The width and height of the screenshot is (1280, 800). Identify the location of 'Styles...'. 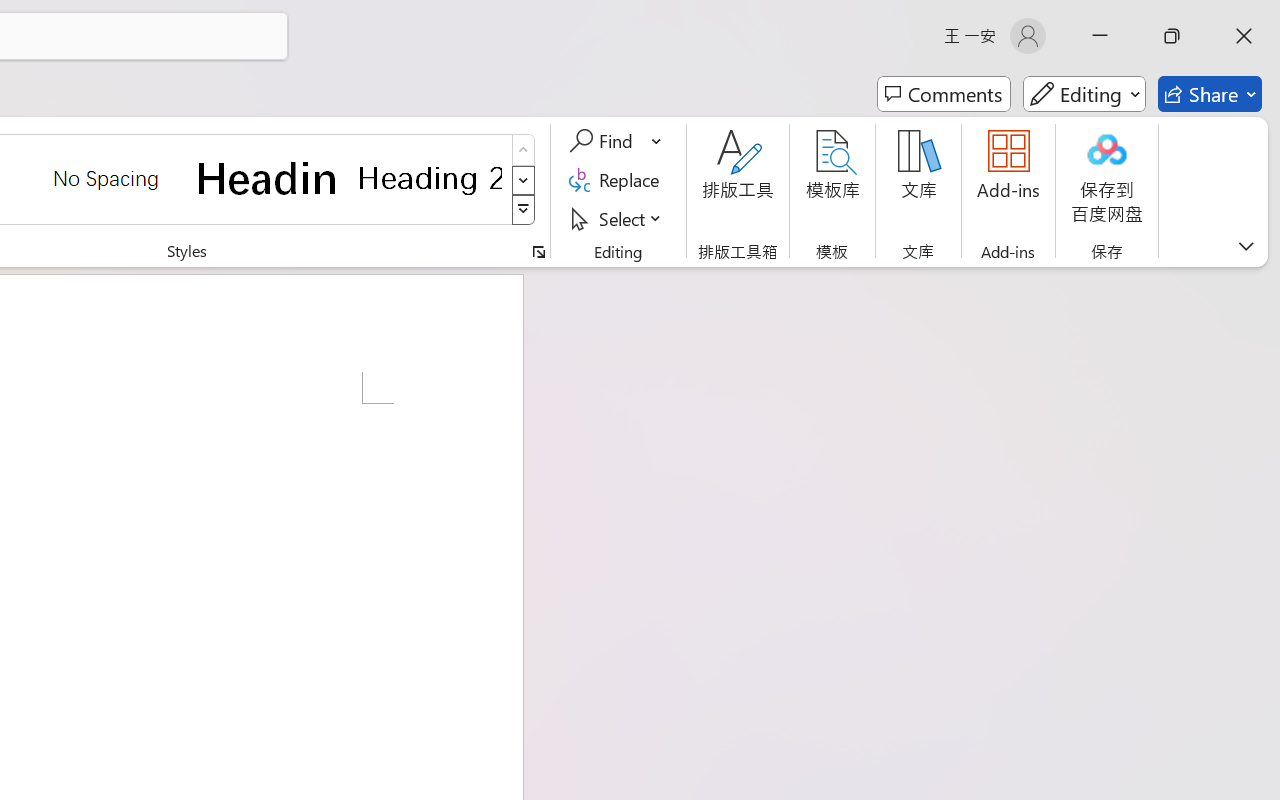
(538, 251).